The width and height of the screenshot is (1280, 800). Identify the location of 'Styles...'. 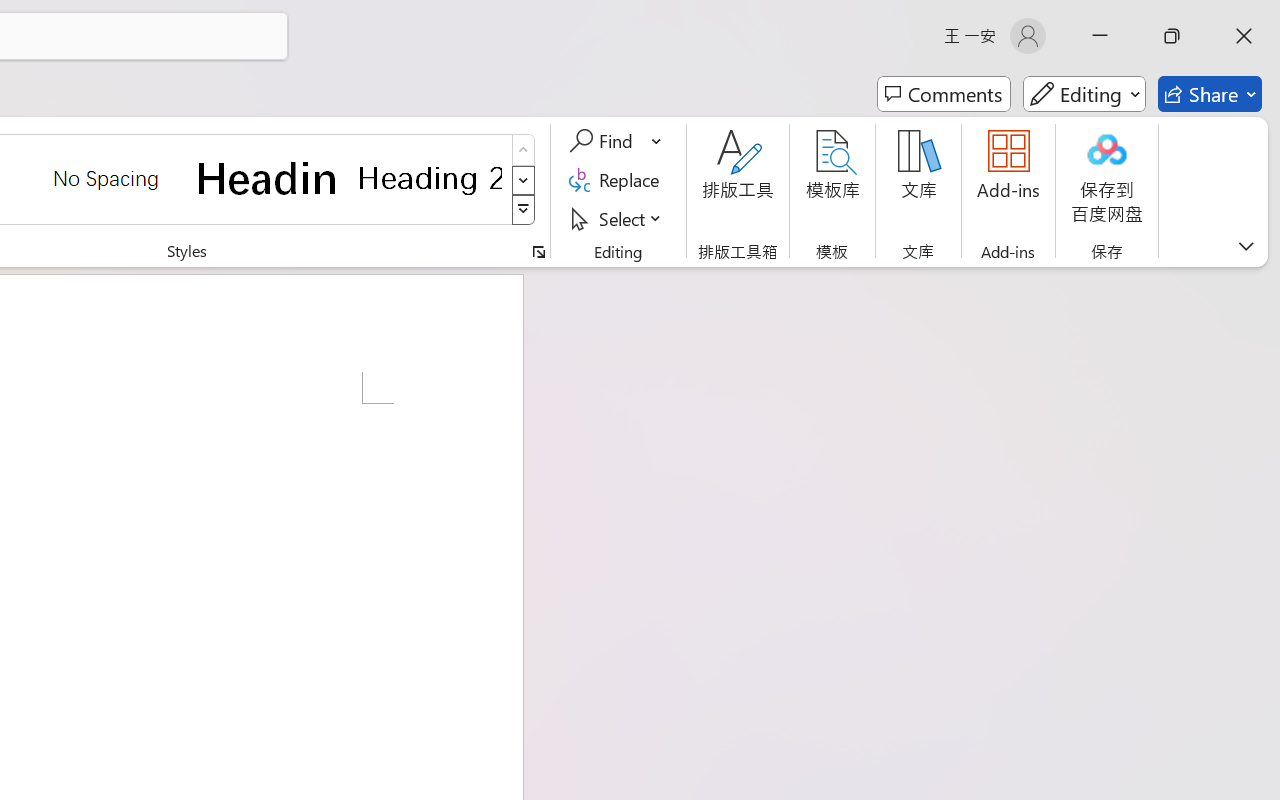
(538, 251).